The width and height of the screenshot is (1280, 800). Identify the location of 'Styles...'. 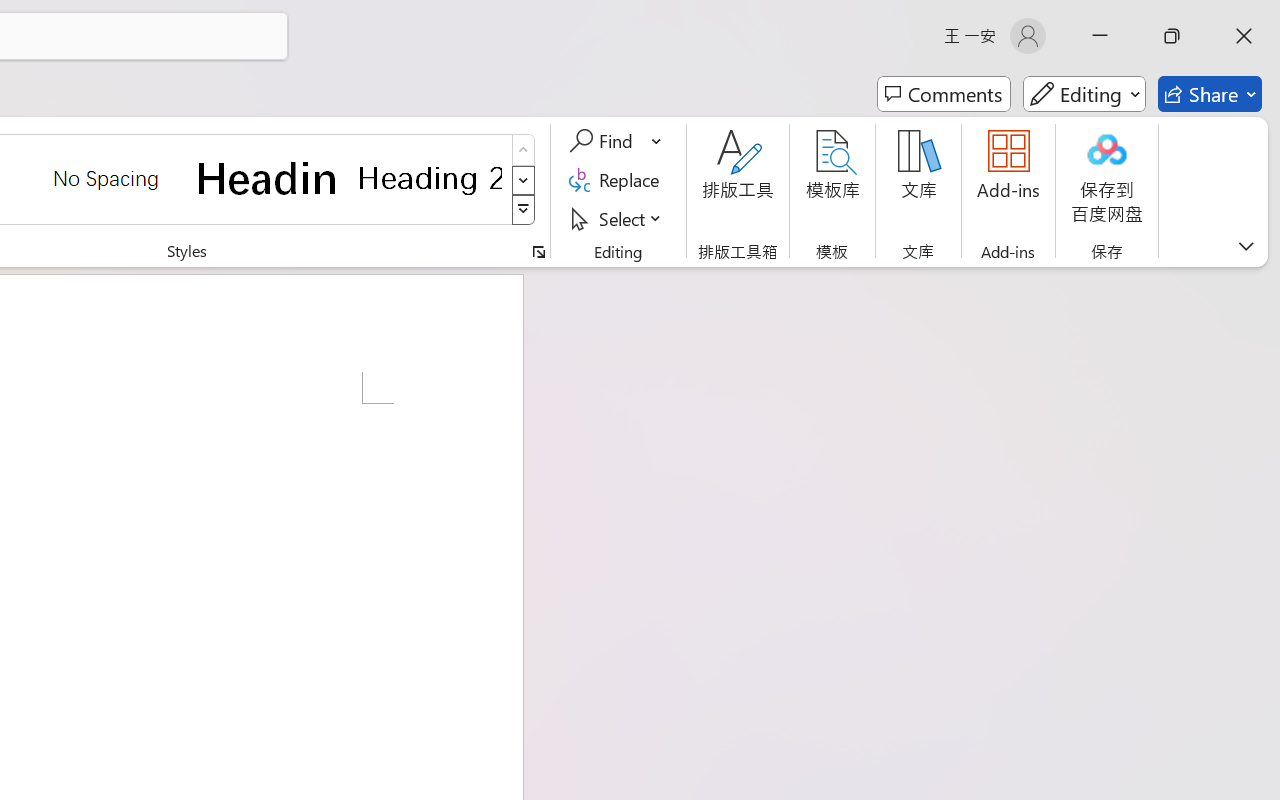
(538, 251).